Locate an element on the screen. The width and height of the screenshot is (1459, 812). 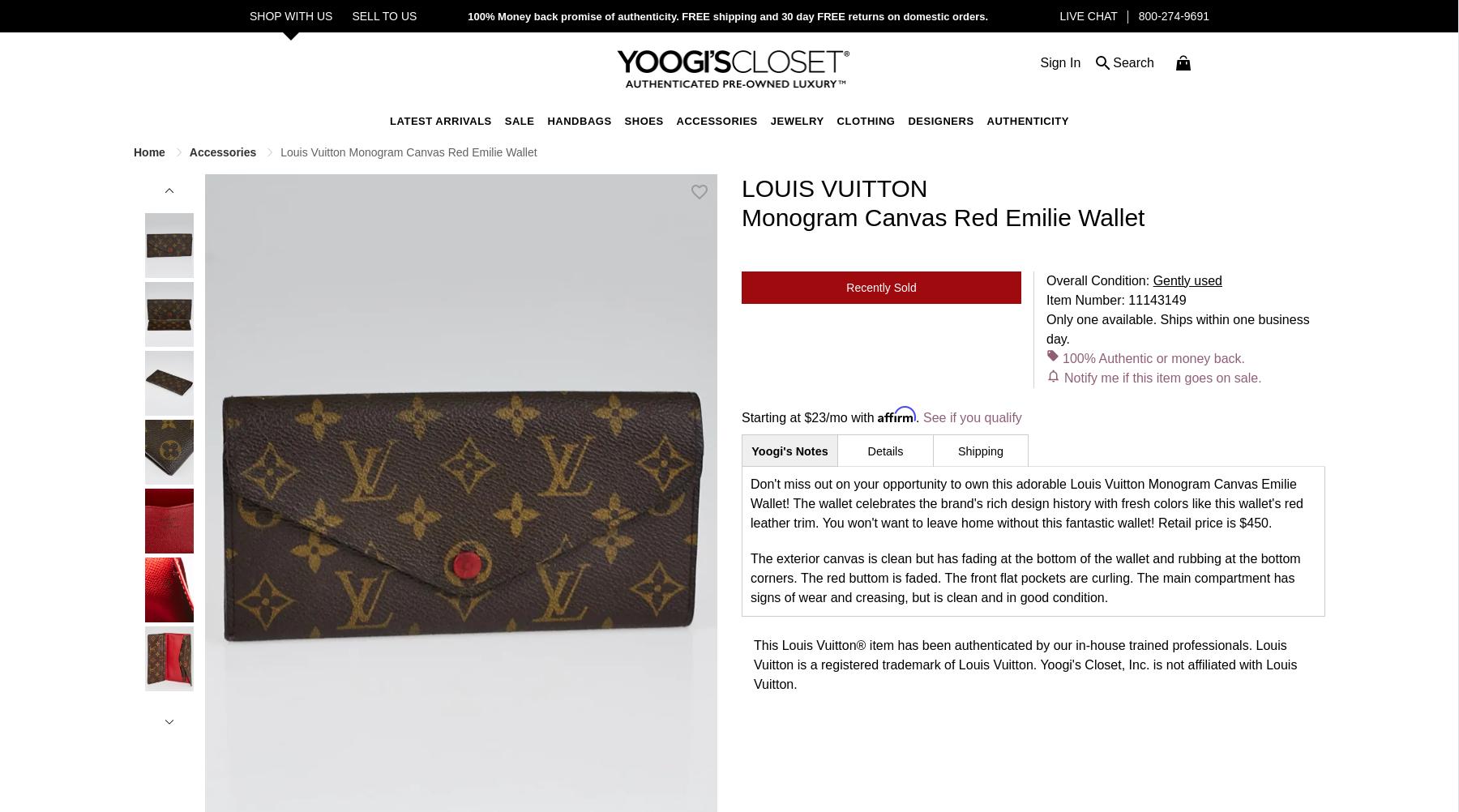
'The exterior canvas is clean but has fading at the bottom of the wallet and rubbing at the bottom corners. The red buttom is faded. The front flat pockets are curling. The main compartment has signs of wear and creasing, but is clean and in good condition.' is located at coordinates (1025, 577).